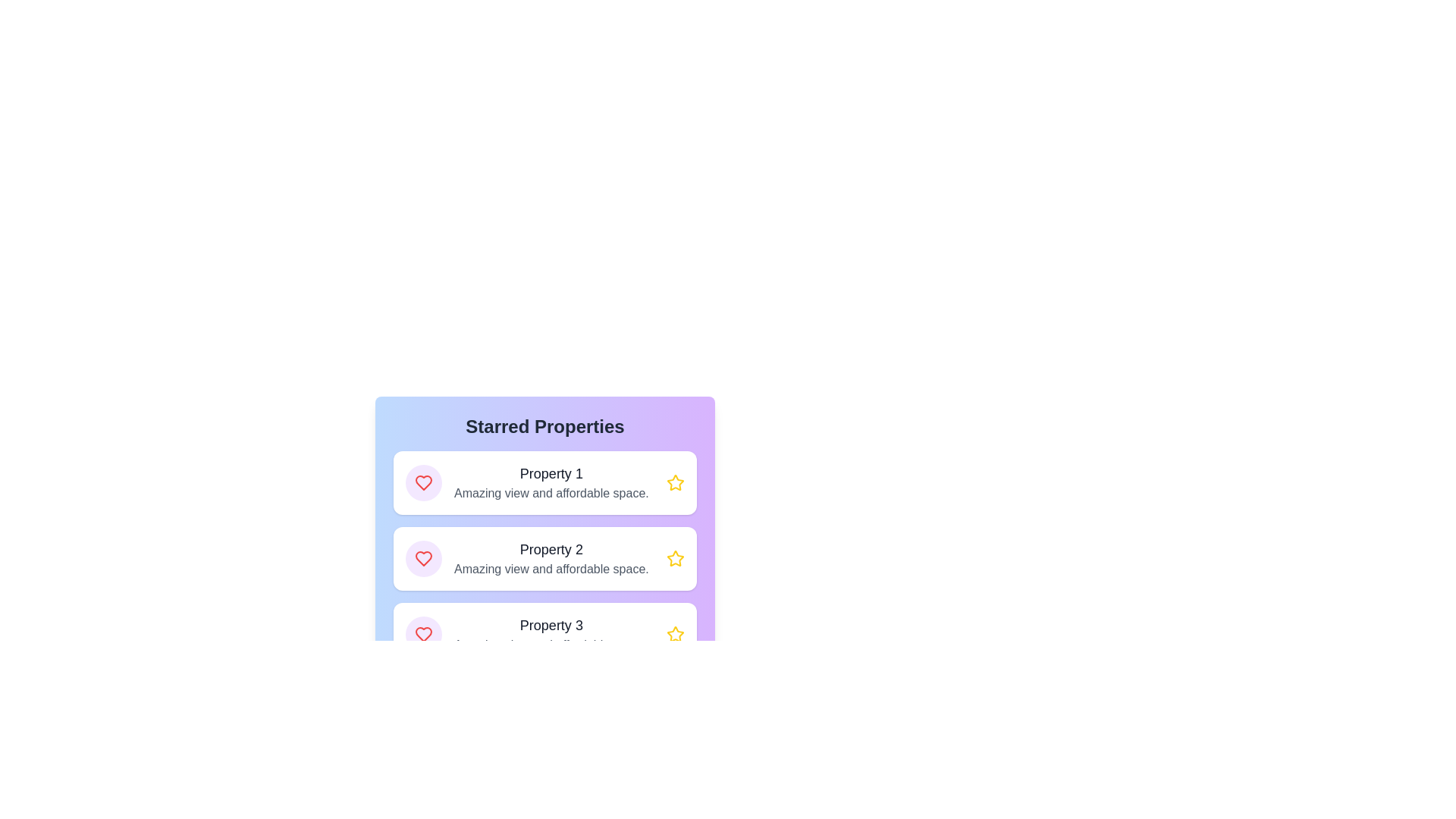 This screenshot has height=819, width=1456. I want to click on the text label displaying 'Property 1', which is styled in bold and dark gray, positioned at the top of the first property entry in a vertical list, so click(551, 472).